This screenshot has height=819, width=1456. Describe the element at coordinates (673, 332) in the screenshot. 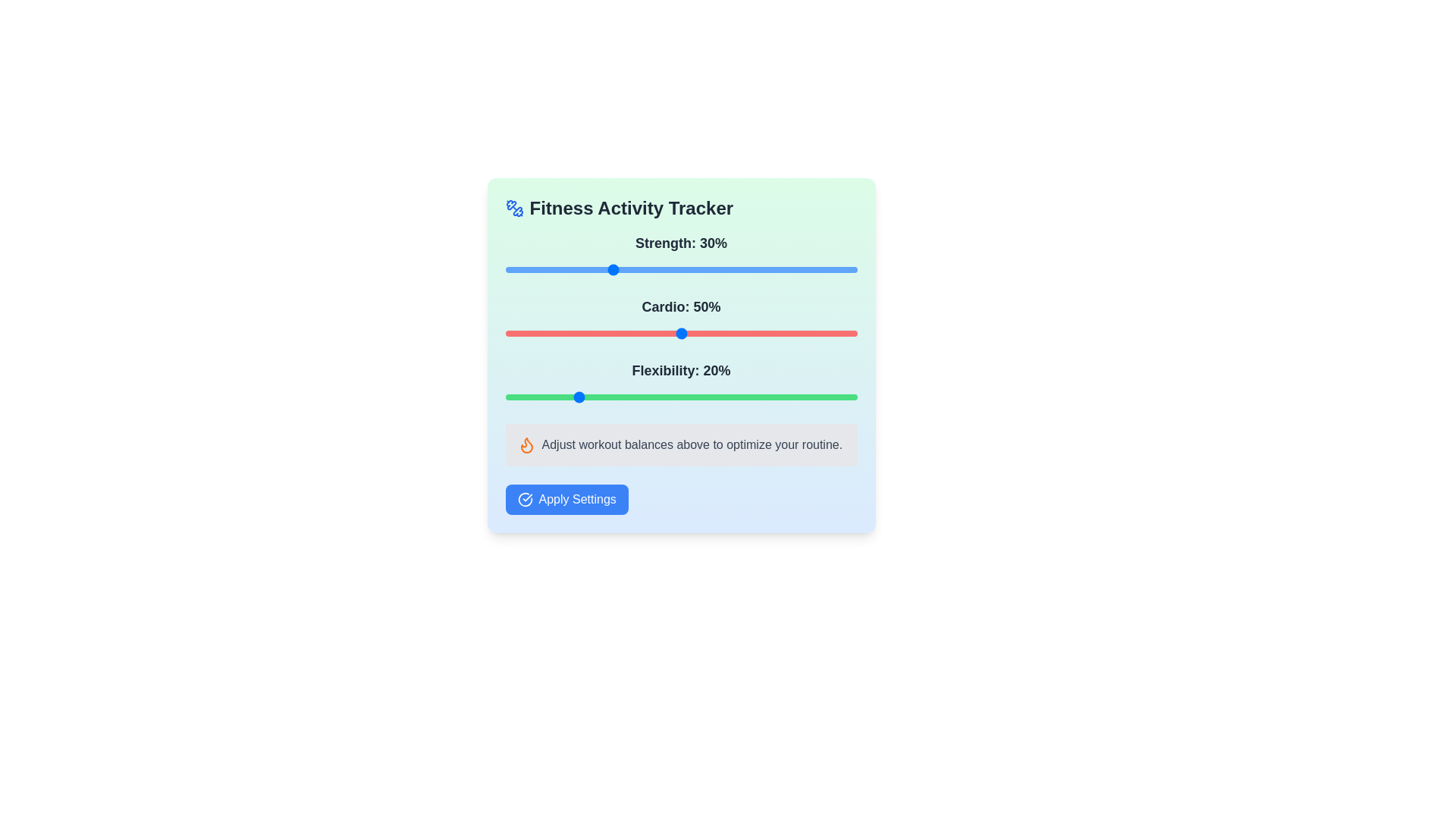

I see `cardio level` at that location.